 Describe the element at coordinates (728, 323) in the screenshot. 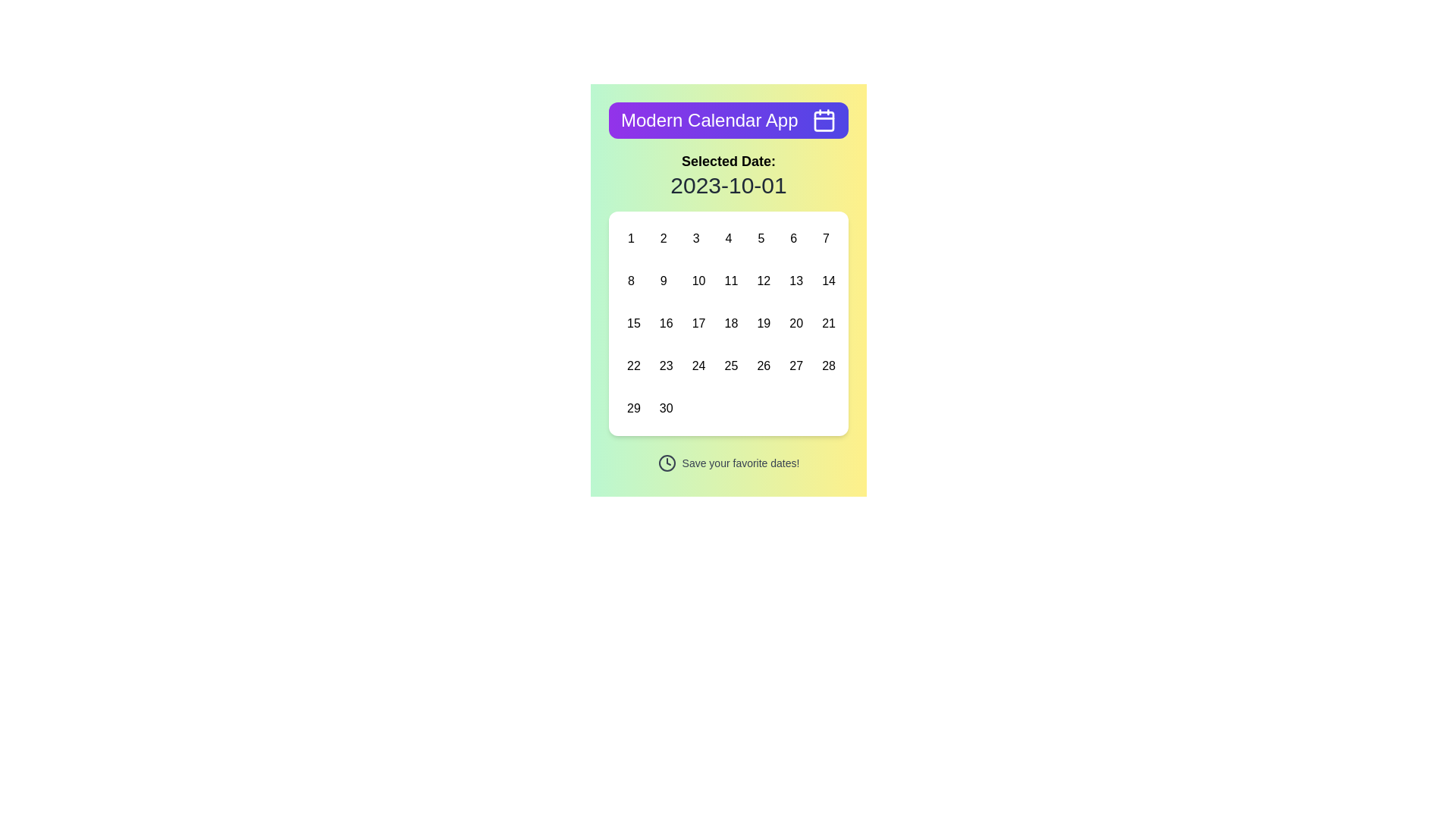

I see `a date in the grid calendar displayed below the 'Selected Date: 2023-10-01' text` at that location.